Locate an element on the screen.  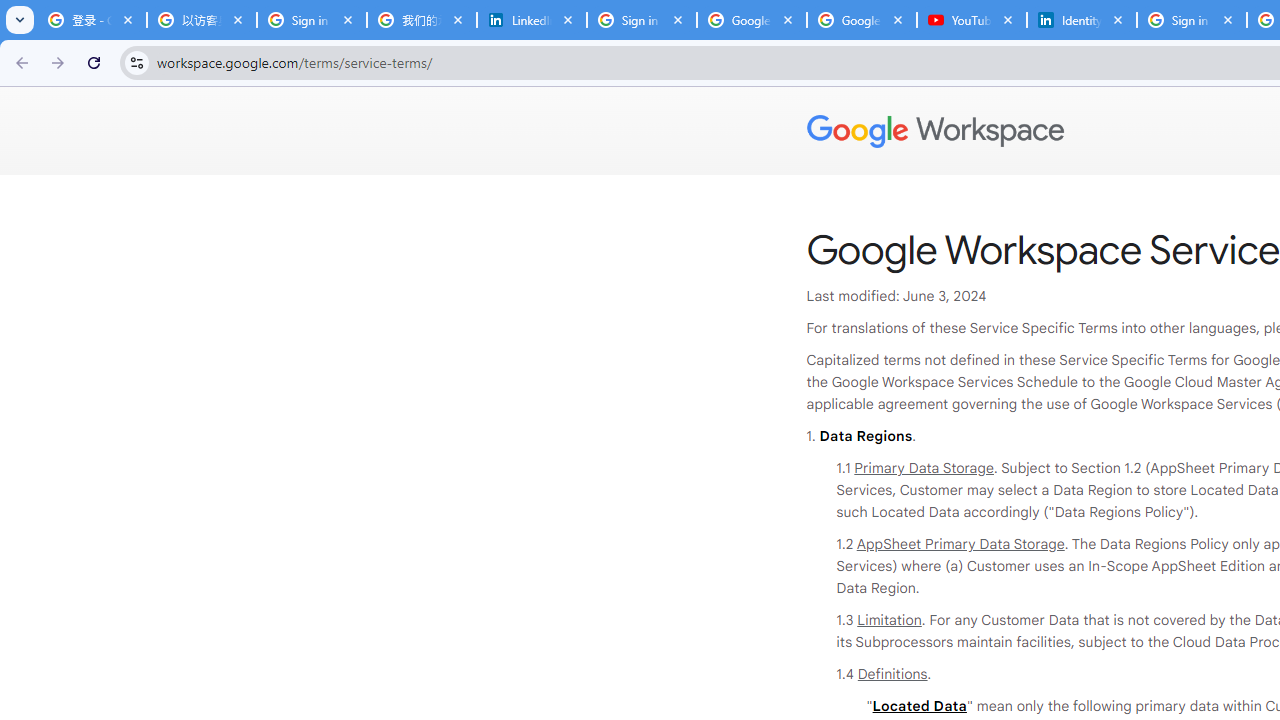
'Sign in - Google Accounts' is located at coordinates (311, 20).